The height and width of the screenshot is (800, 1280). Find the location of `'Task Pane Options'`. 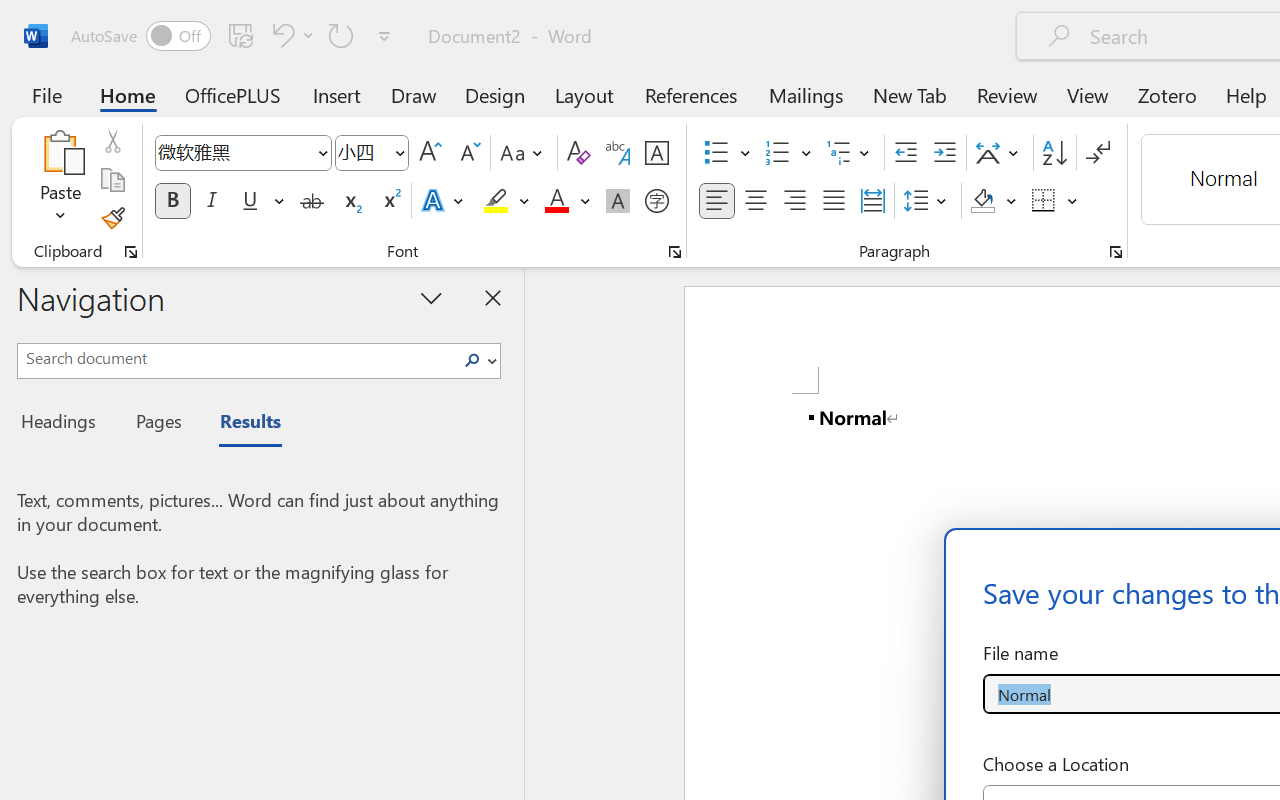

'Task Pane Options' is located at coordinates (431, 297).